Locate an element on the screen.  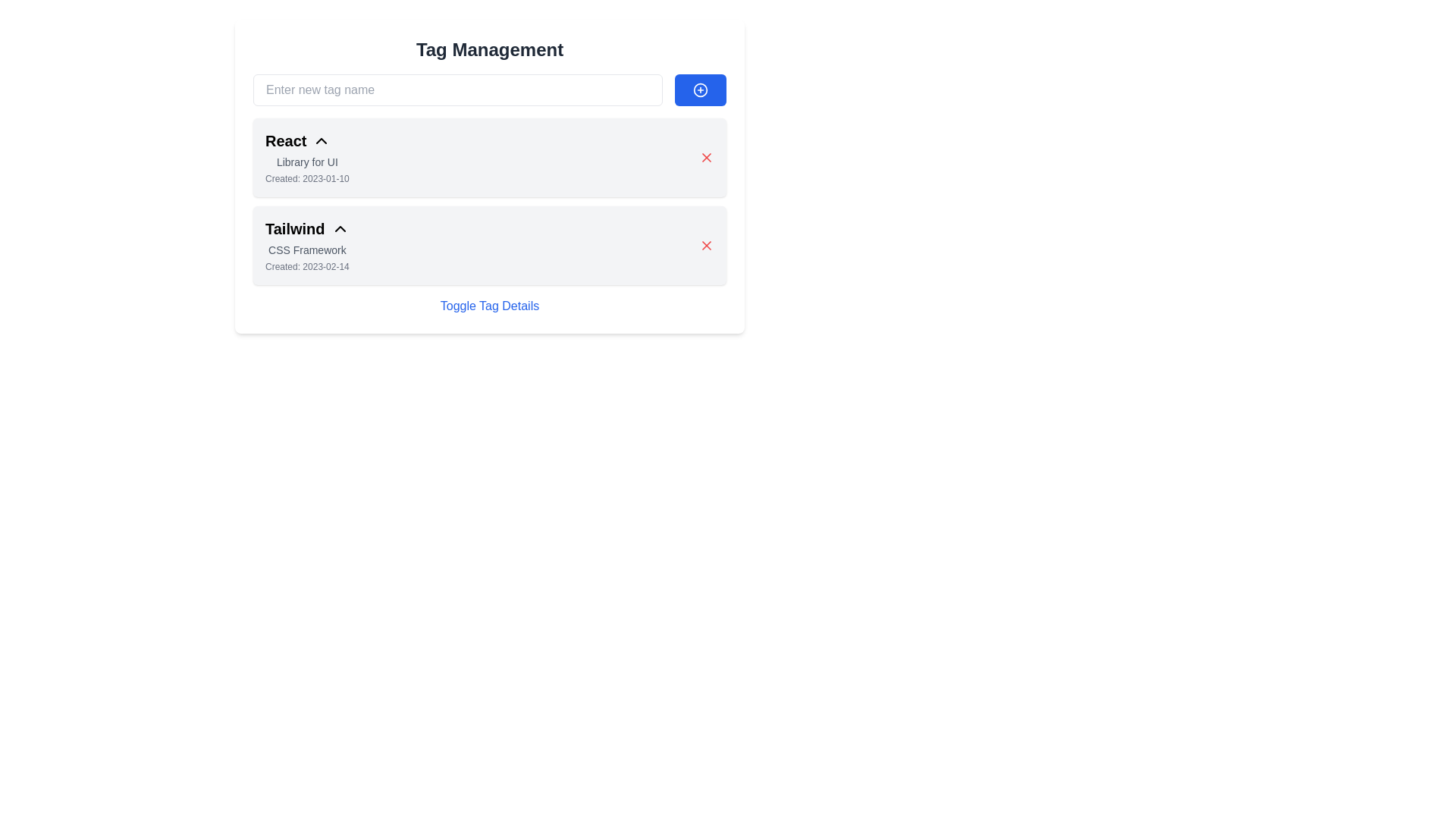
the decorative circular outline of the 'Add' button icon located in the 'Tag Management' interface, positioned to the right of the 'Enter new tag name' text input field is located at coordinates (700, 90).